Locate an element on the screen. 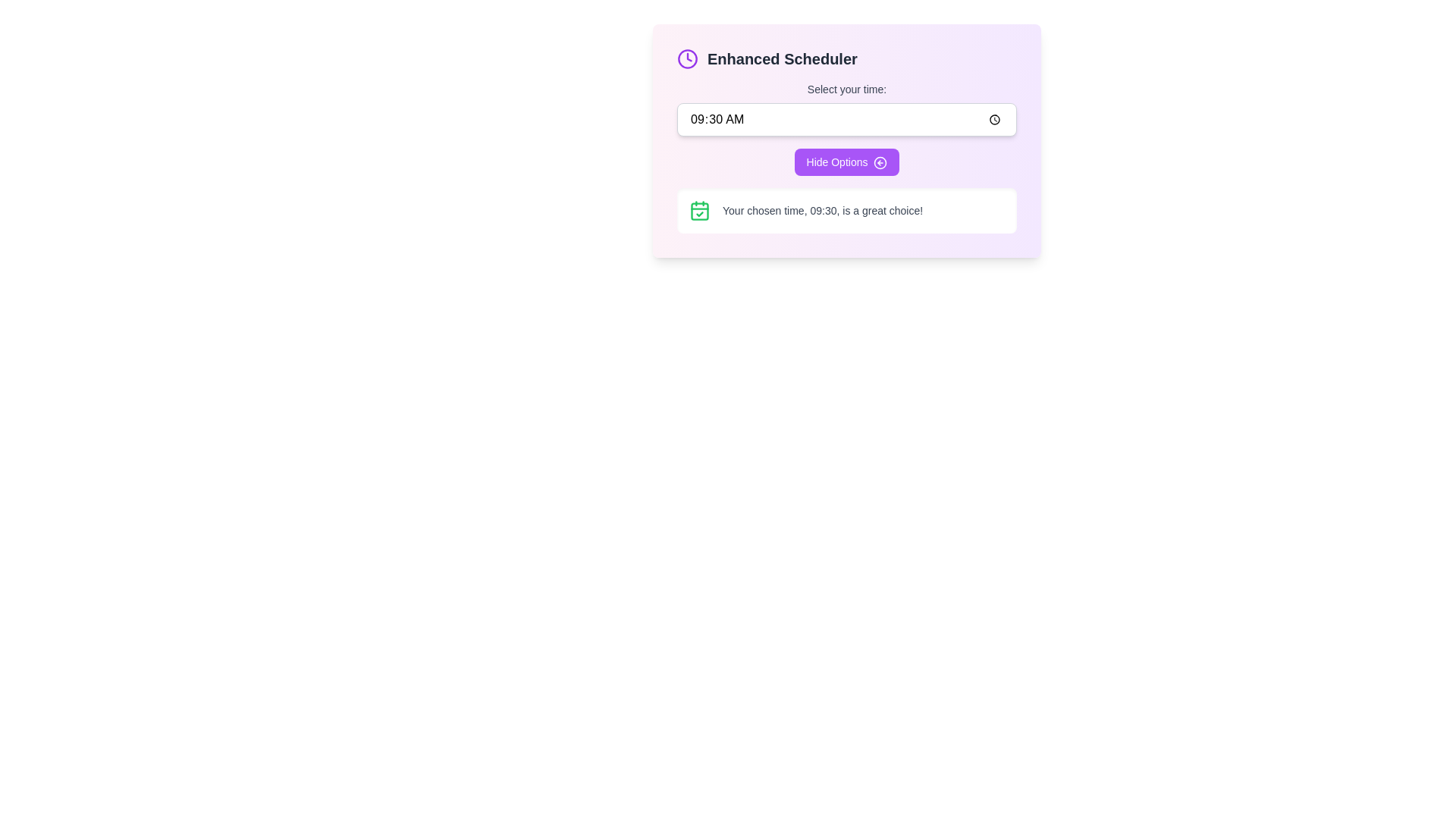 The image size is (1456, 819). the directional icon indicating a return or back action, which is located within the 'Hide Options' button on the far-right side, adjacent to the button's text is located at coordinates (880, 163).